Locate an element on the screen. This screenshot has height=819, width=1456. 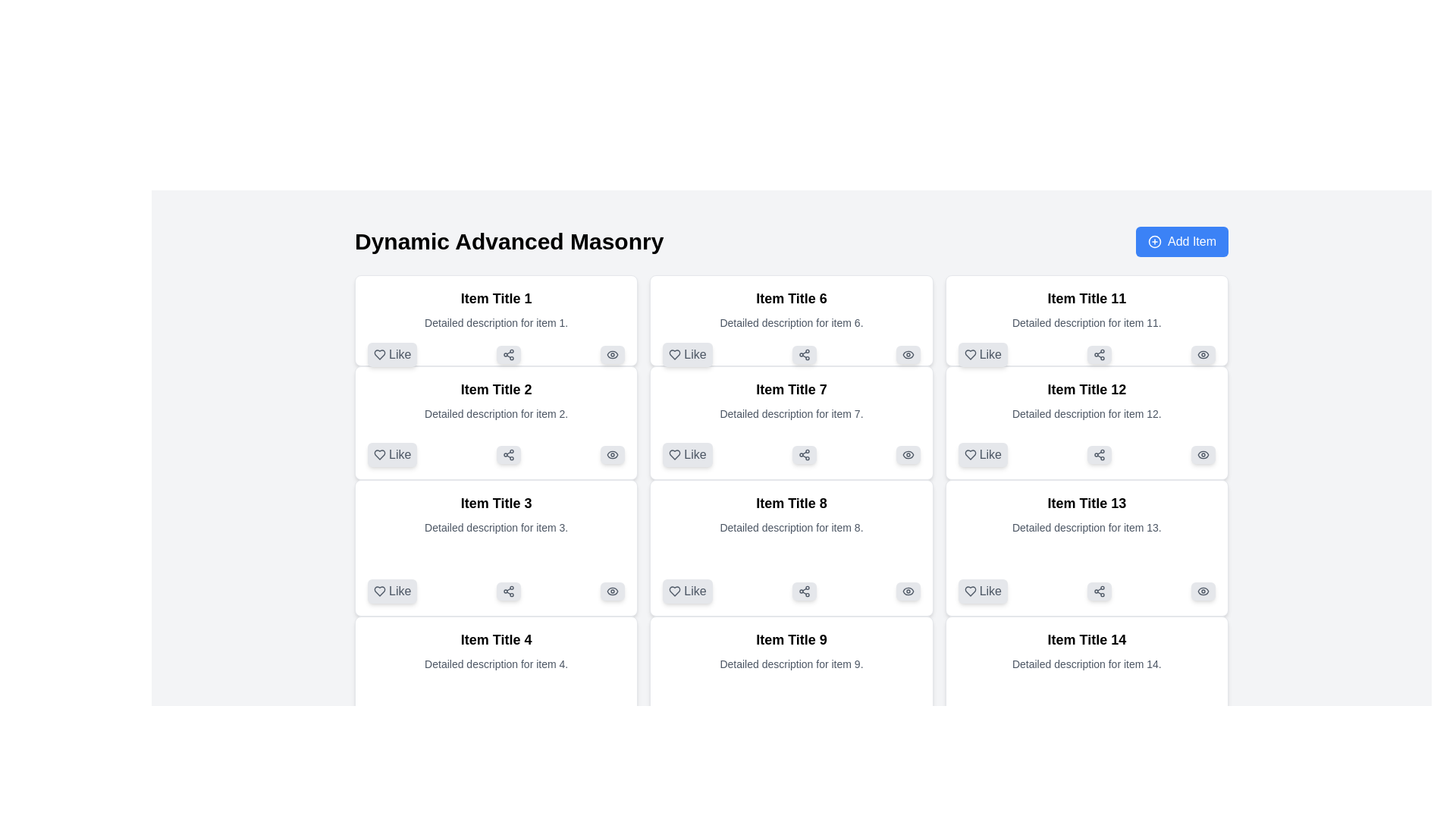
the card representing an item in the grid, located below 'Item Title 1' and above 'Item Title 3' is located at coordinates (496, 423).